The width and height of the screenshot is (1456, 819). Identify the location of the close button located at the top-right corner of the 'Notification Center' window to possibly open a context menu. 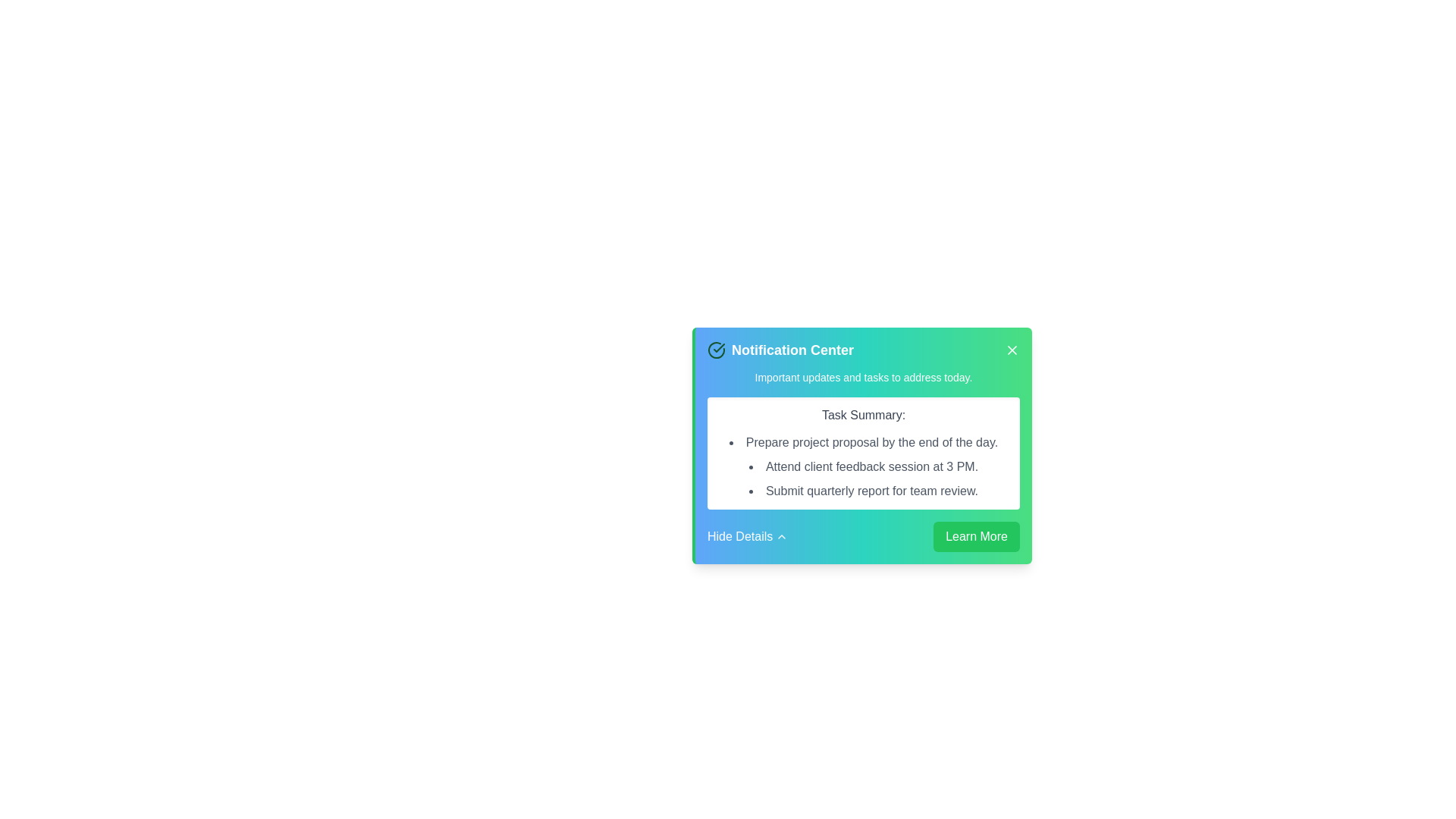
(1012, 350).